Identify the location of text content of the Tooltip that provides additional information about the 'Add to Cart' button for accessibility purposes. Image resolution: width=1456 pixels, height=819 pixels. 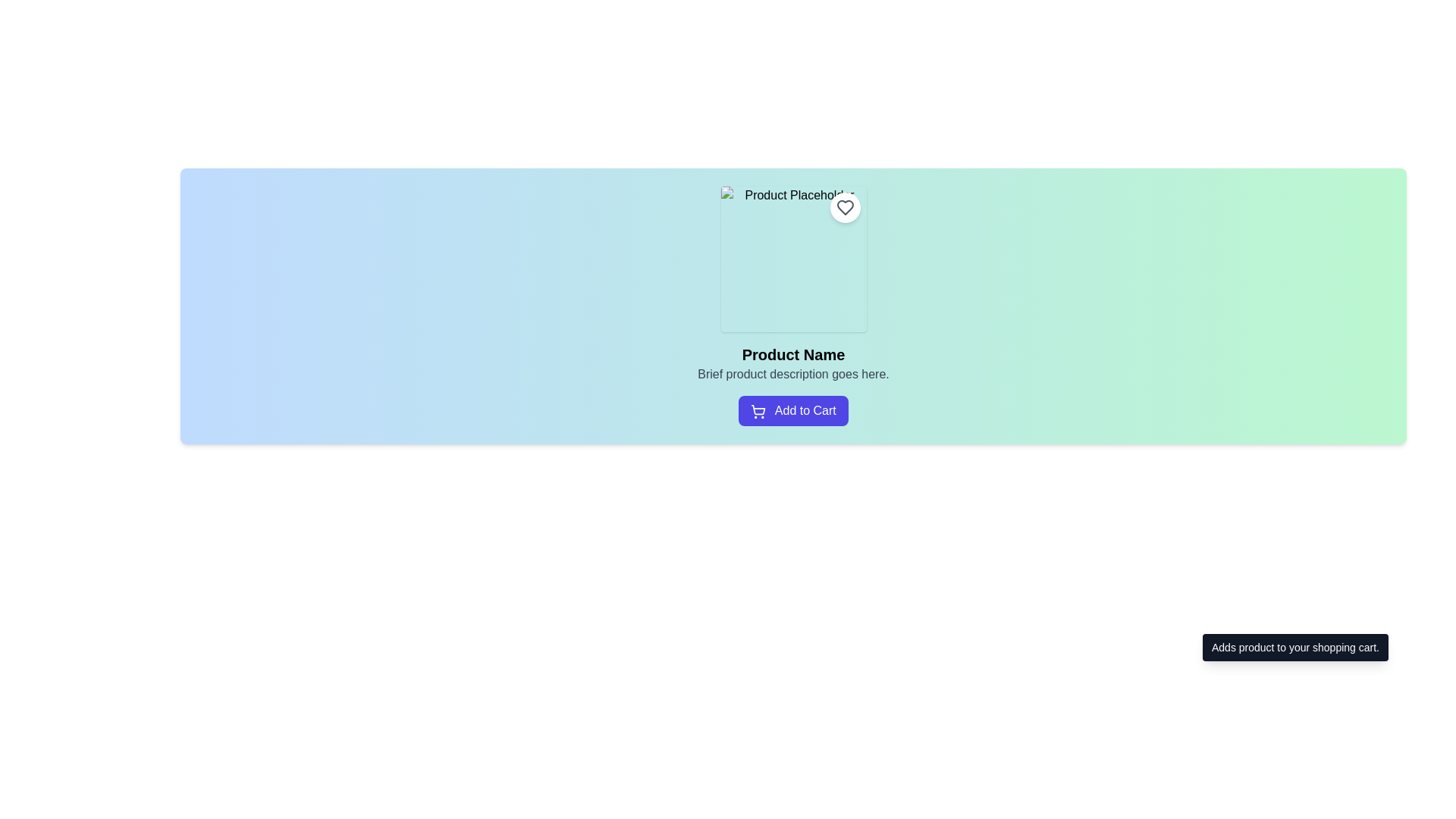
(1294, 647).